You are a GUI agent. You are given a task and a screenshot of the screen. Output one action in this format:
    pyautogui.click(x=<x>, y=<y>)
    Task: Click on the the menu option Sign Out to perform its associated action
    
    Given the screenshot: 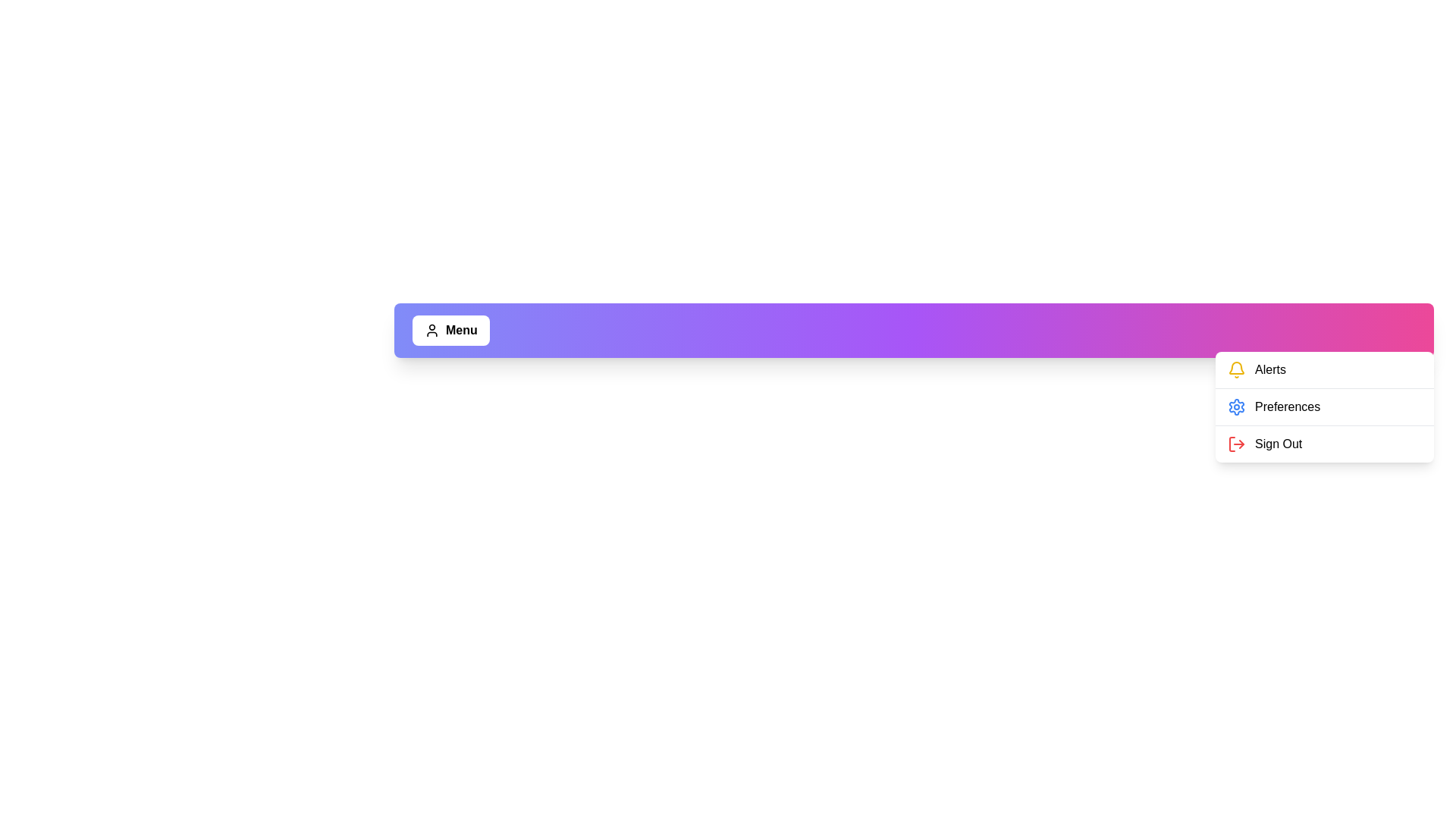 What is the action you would take?
    pyautogui.click(x=1232, y=444)
    